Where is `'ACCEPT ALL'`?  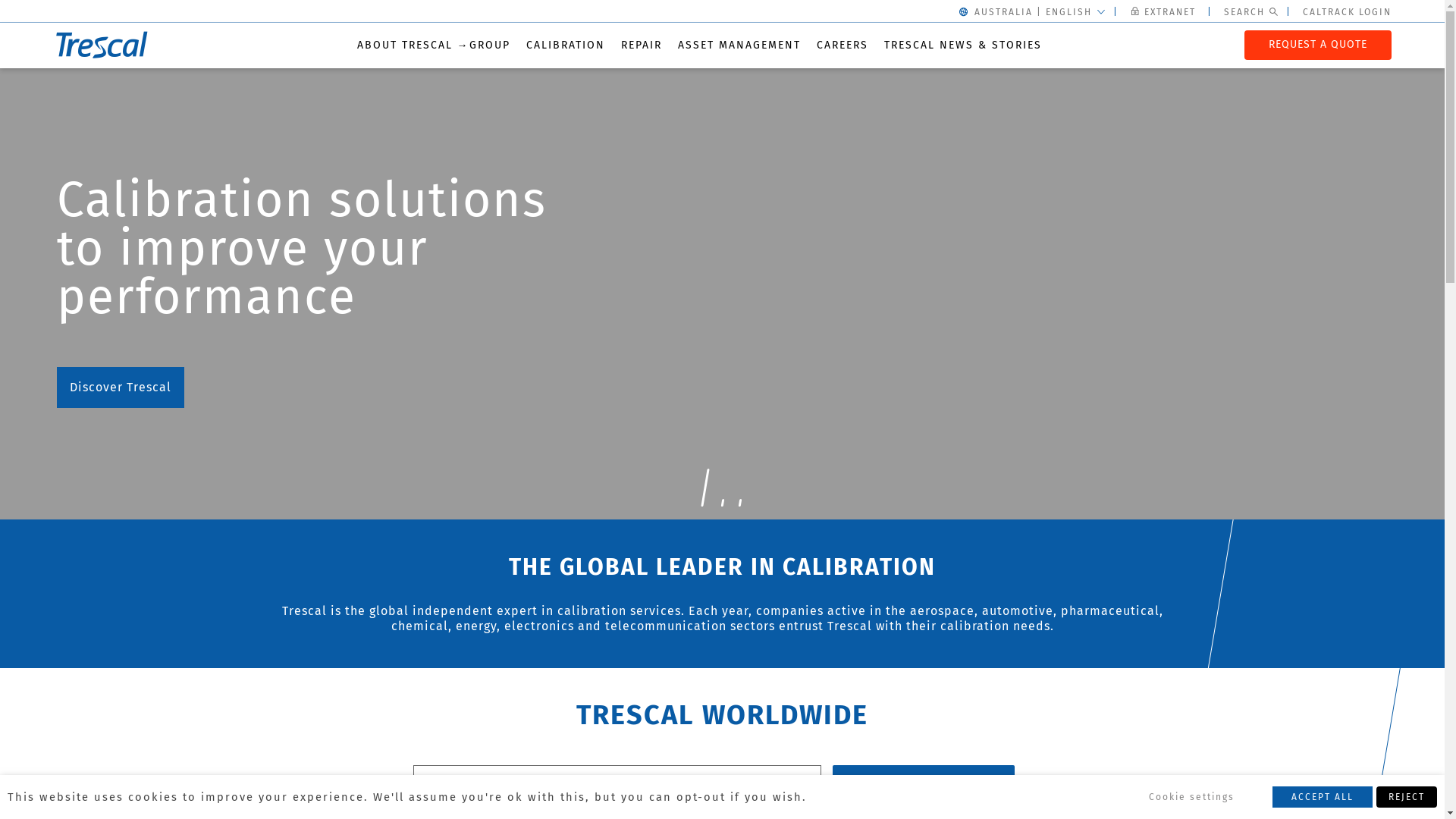 'ACCEPT ALL' is located at coordinates (1321, 795).